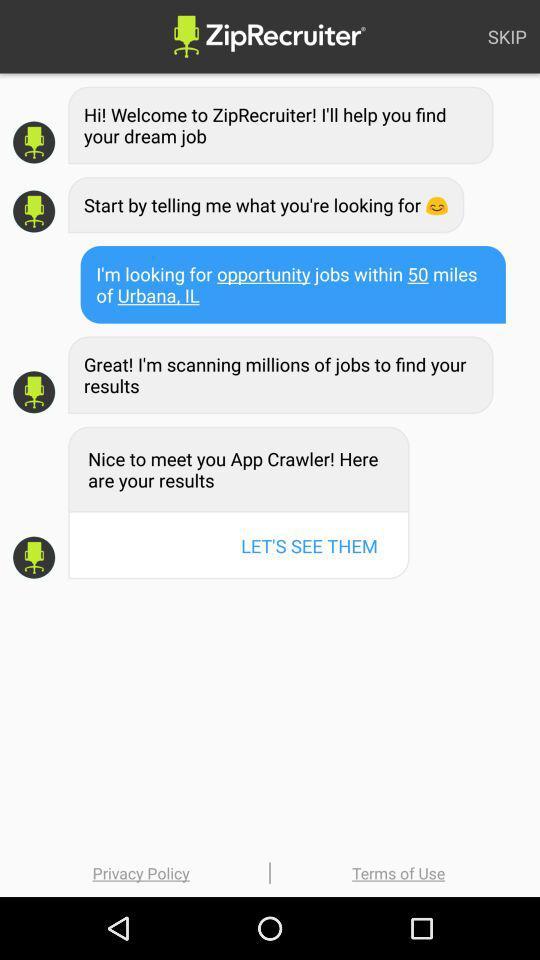  Describe the element at coordinates (140, 872) in the screenshot. I see `privacy policy item` at that location.